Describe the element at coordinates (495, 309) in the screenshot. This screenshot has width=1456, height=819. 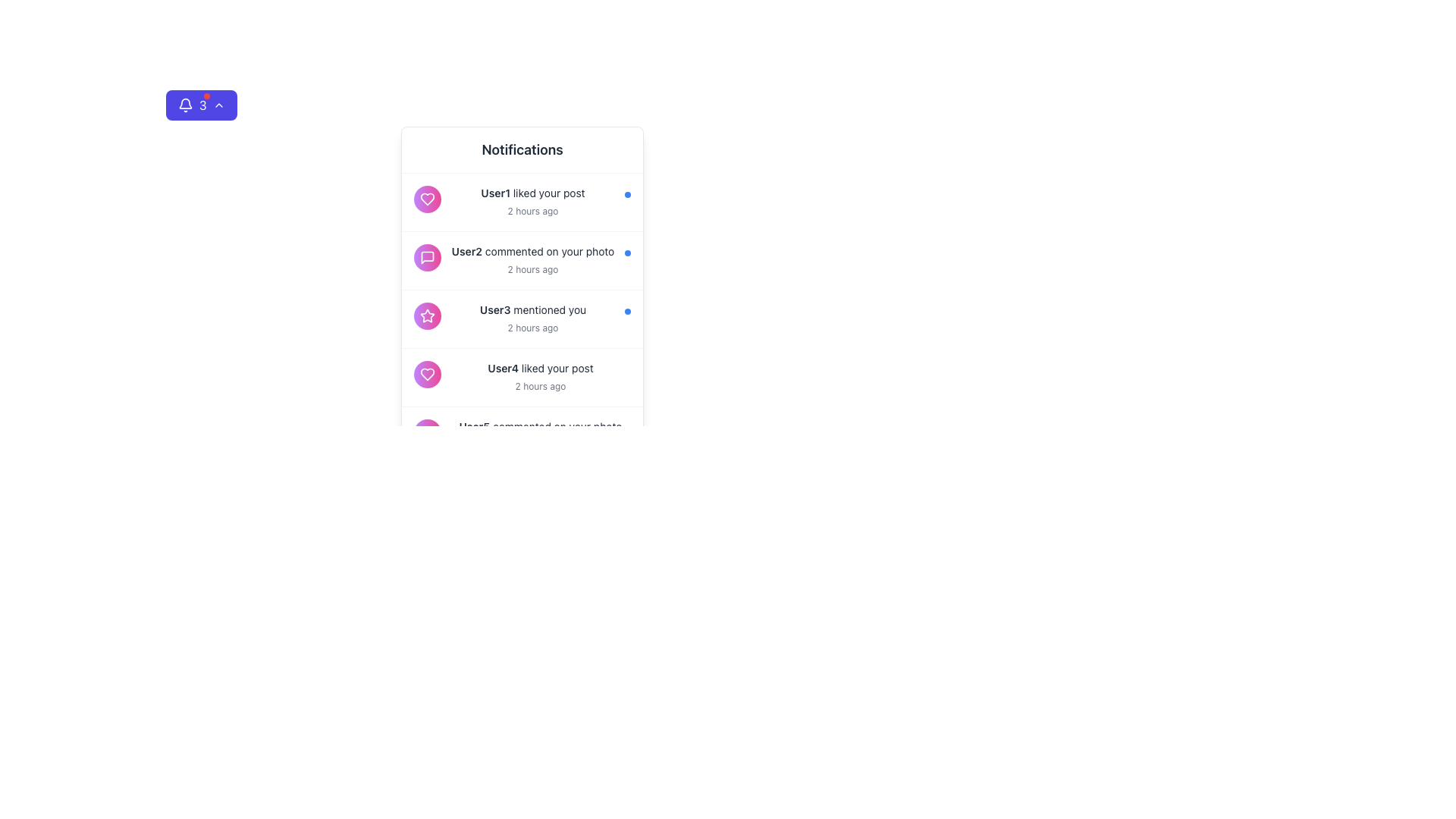
I see `the text label emphasizing the username 'User3' in the notification panel` at that location.